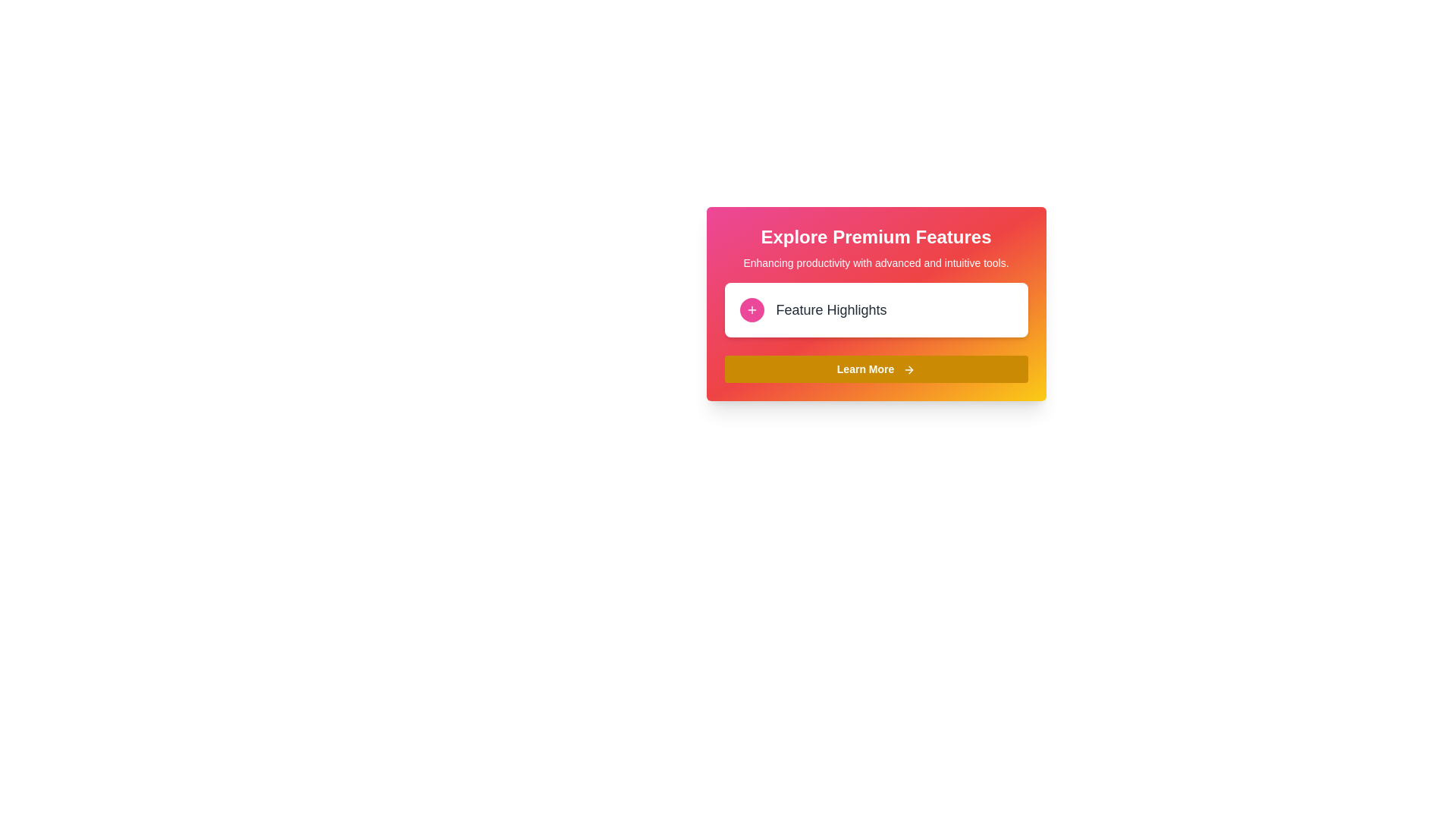  Describe the element at coordinates (876, 369) in the screenshot. I see `the button located at the bottom of the 'Explore Premium Features' card` at that location.